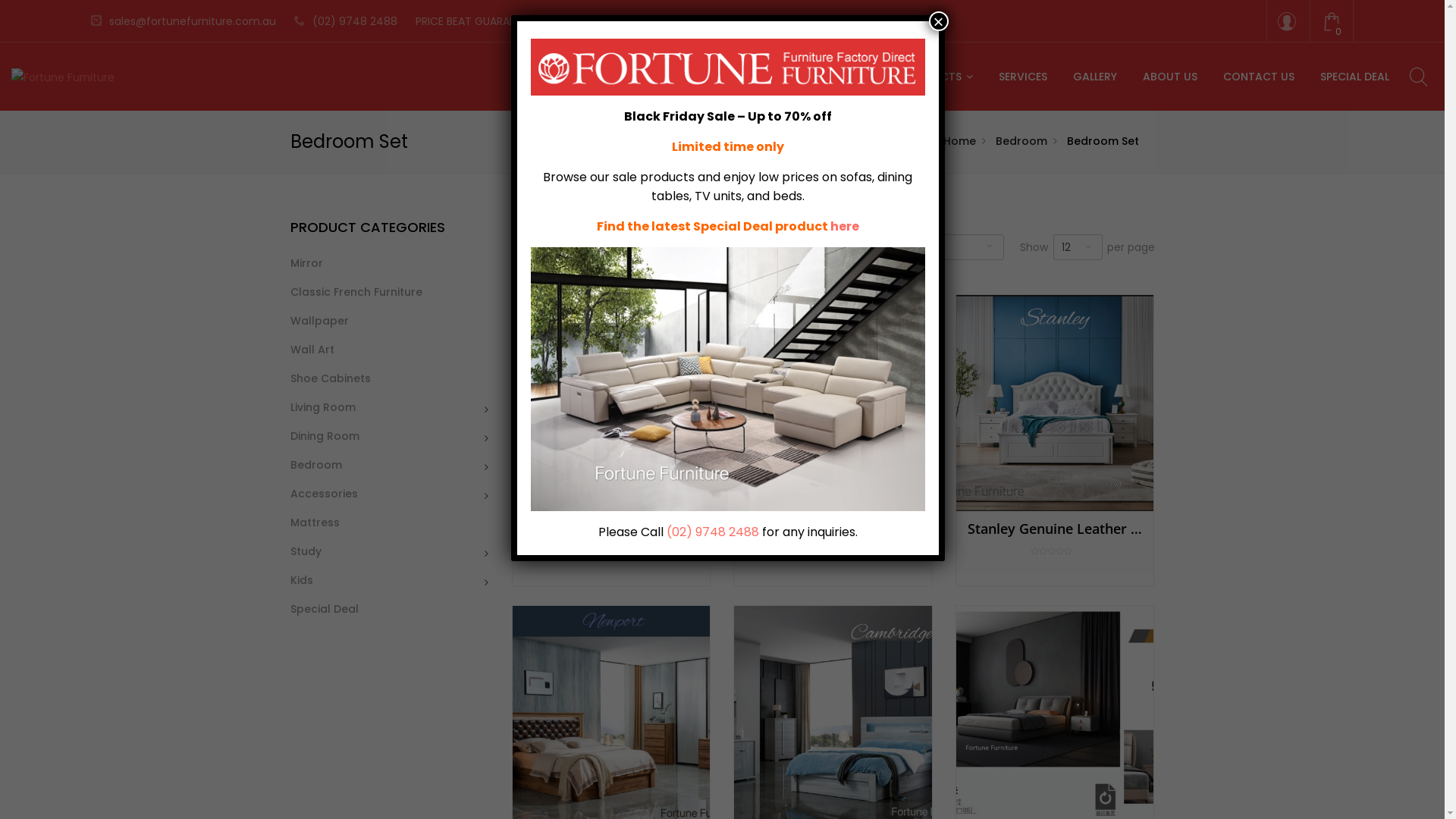  I want to click on 'Home', so click(926, 140).